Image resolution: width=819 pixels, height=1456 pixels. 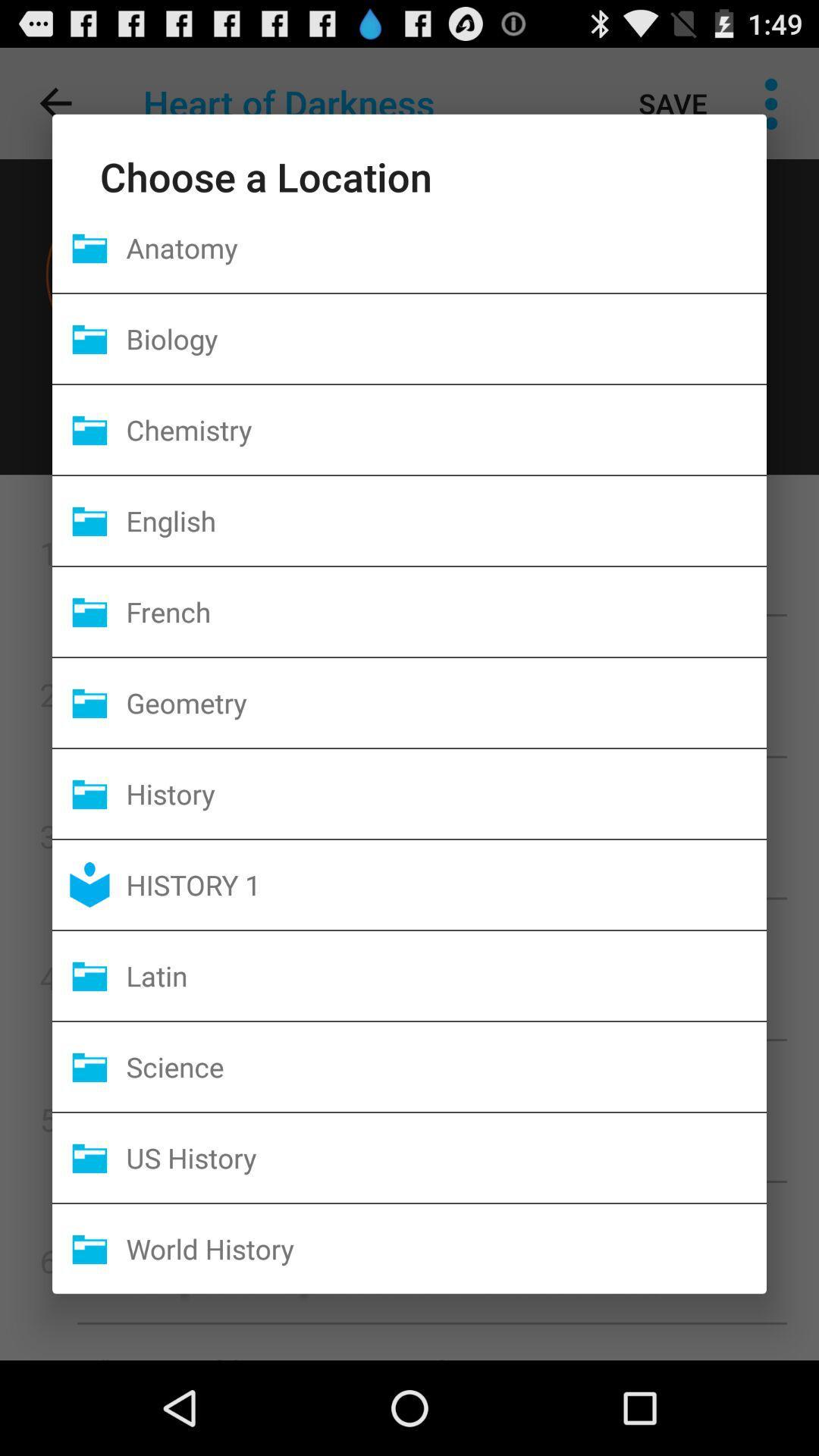 I want to click on geometry, so click(x=445, y=701).